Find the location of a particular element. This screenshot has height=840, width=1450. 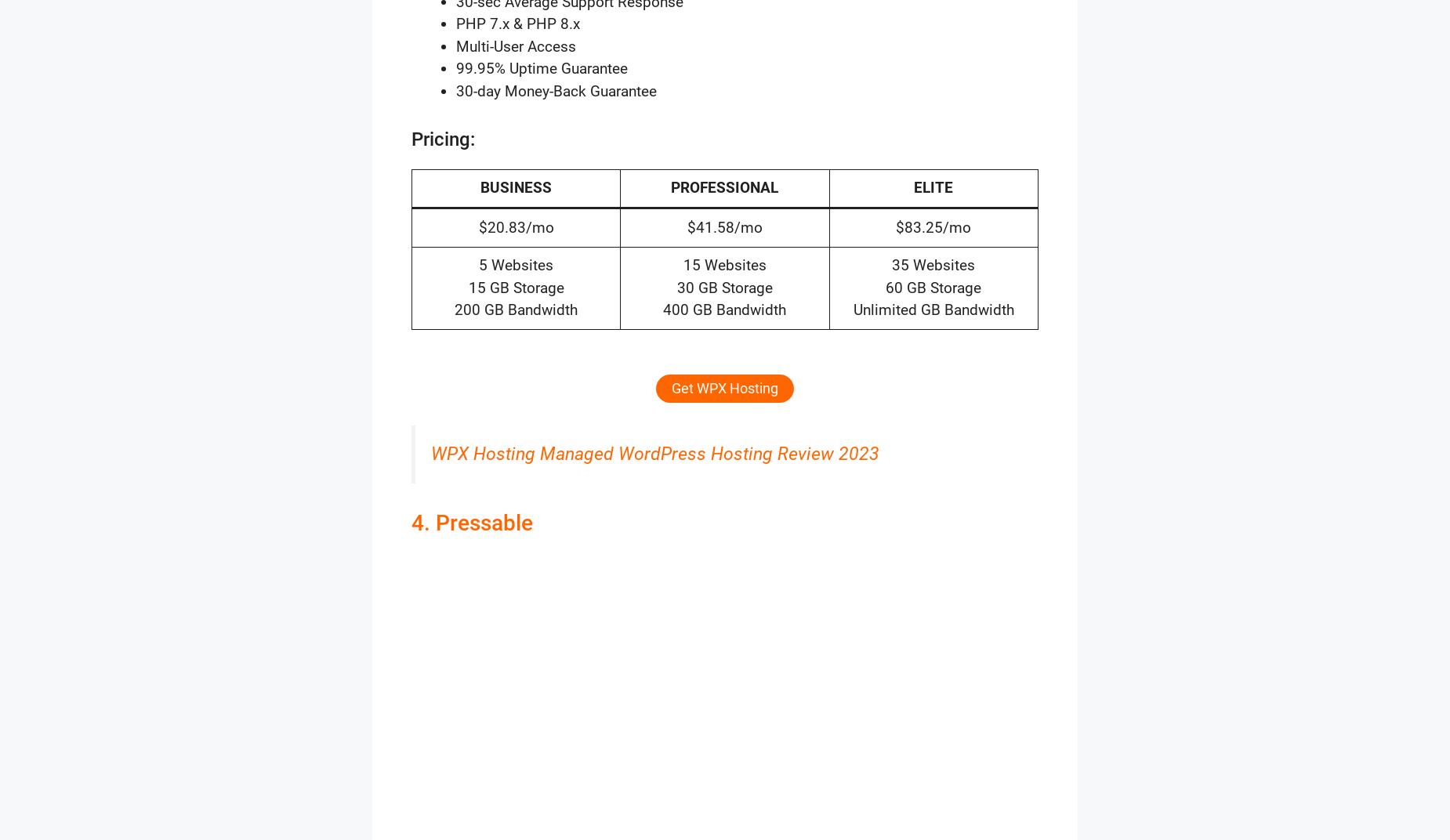

'4. Pressable' is located at coordinates (472, 523).